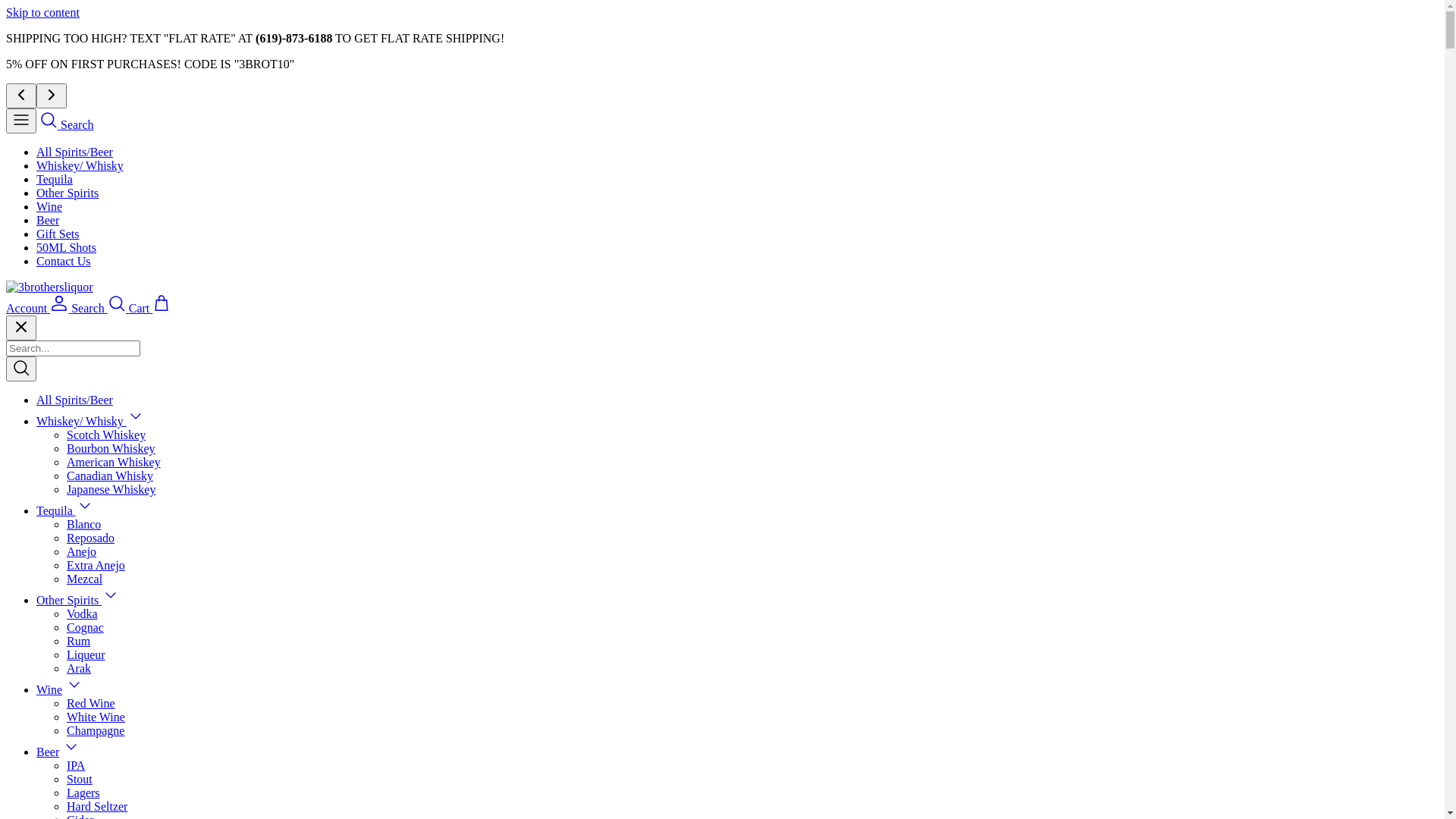 The image size is (1456, 819). What do you see at coordinates (84, 627) in the screenshot?
I see `'Cognac'` at bounding box center [84, 627].